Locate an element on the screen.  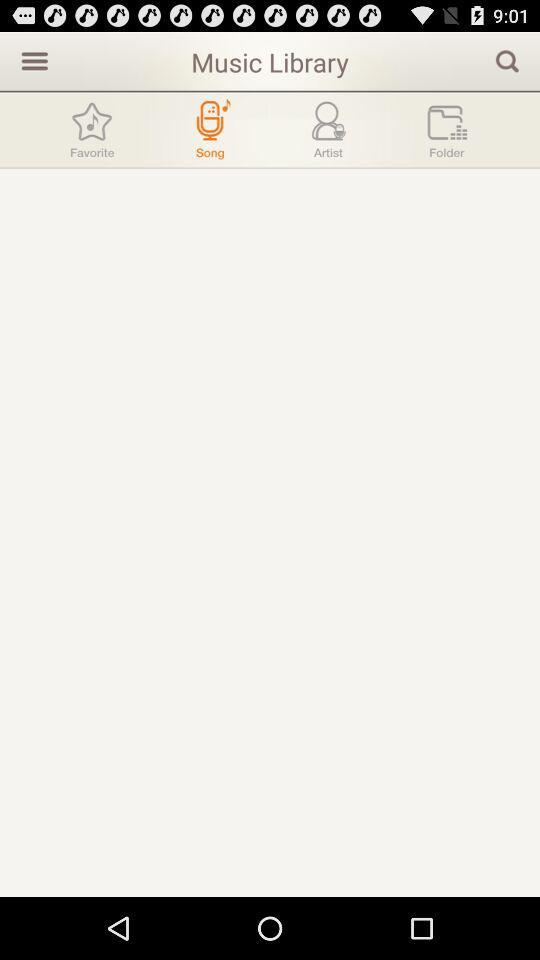
app to the right of the music library app is located at coordinates (507, 59).